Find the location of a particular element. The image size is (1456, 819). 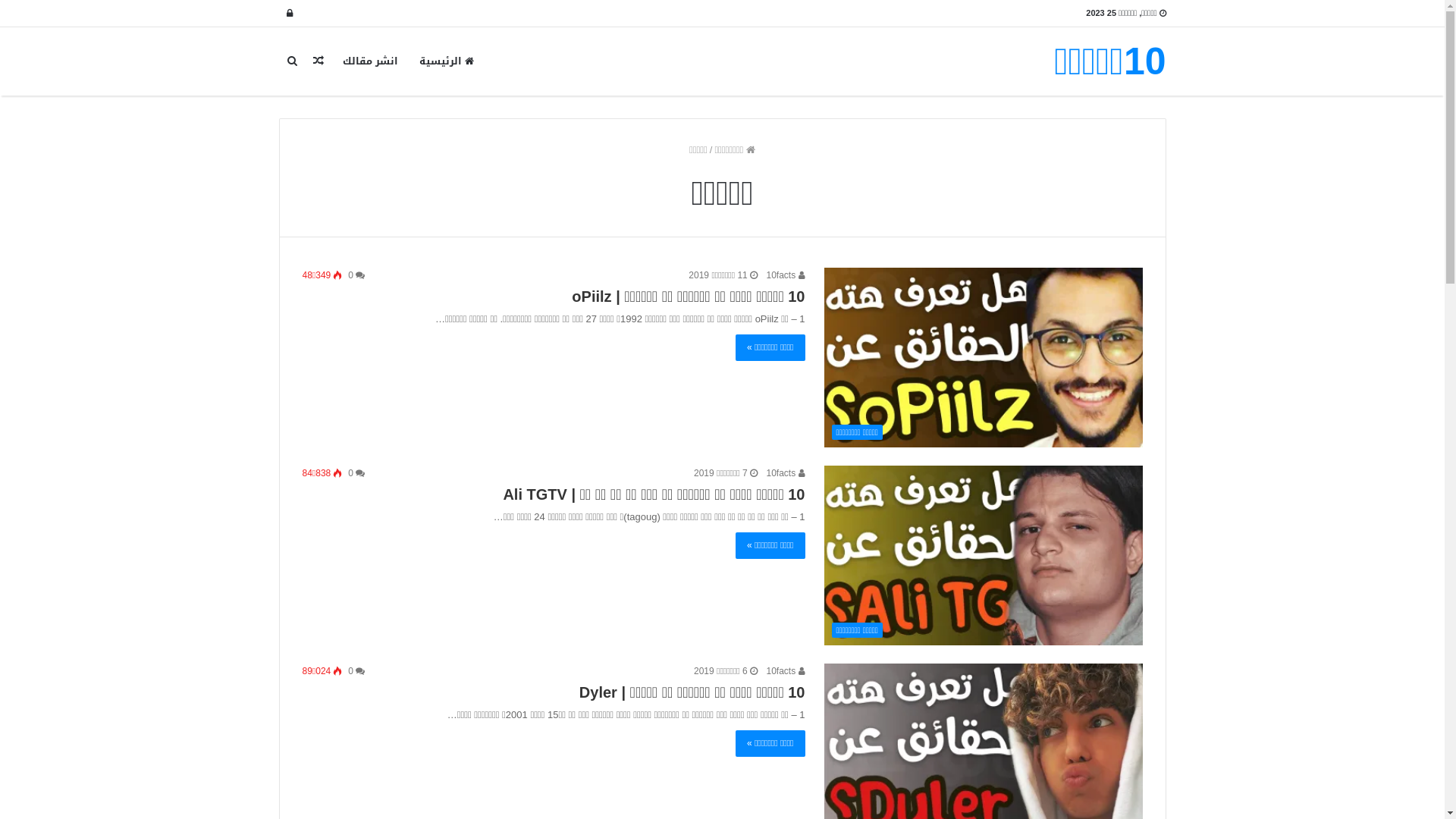

'0' is located at coordinates (347, 275).